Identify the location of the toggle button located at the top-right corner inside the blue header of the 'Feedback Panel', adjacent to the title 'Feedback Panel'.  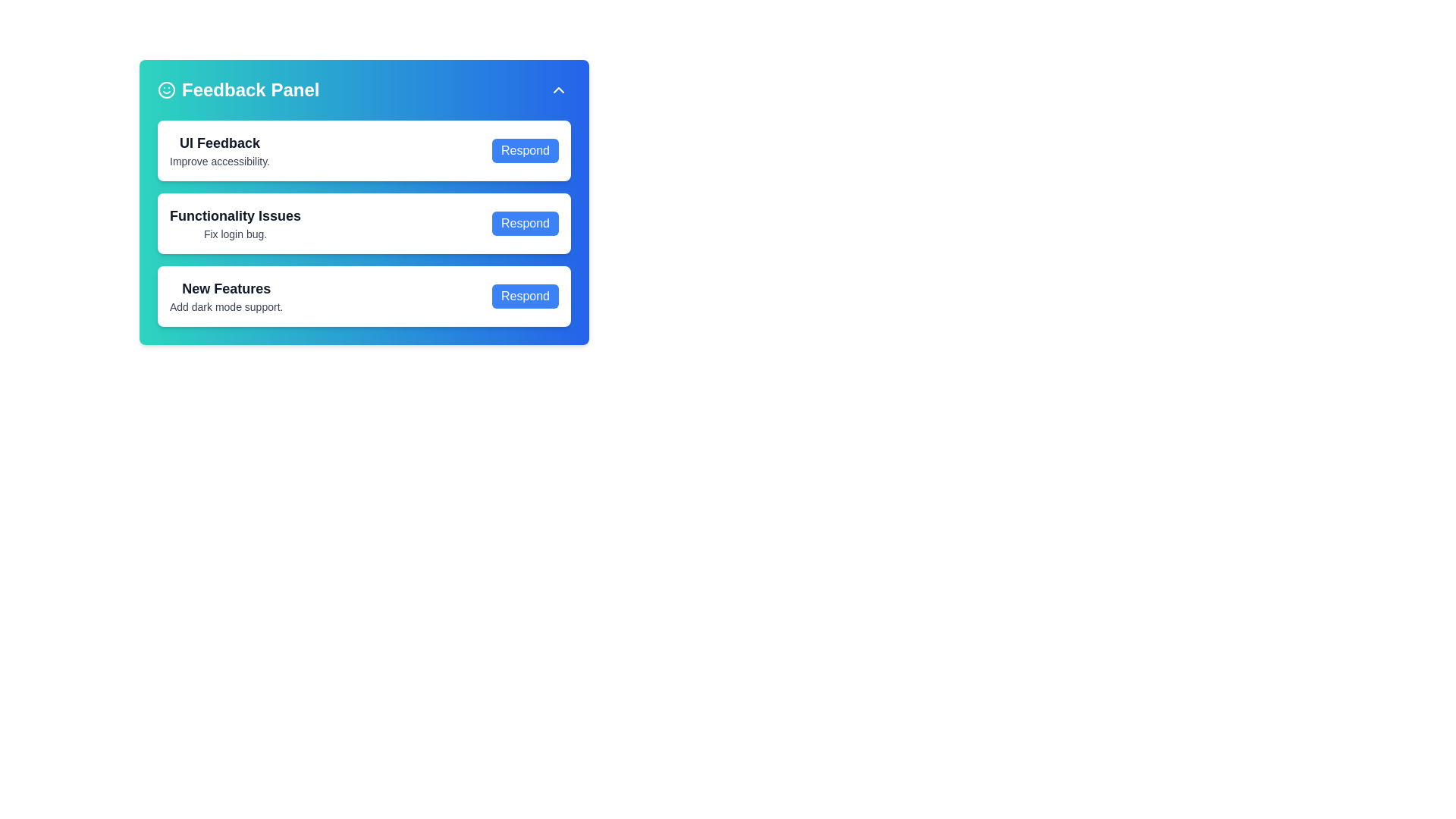
(558, 90).